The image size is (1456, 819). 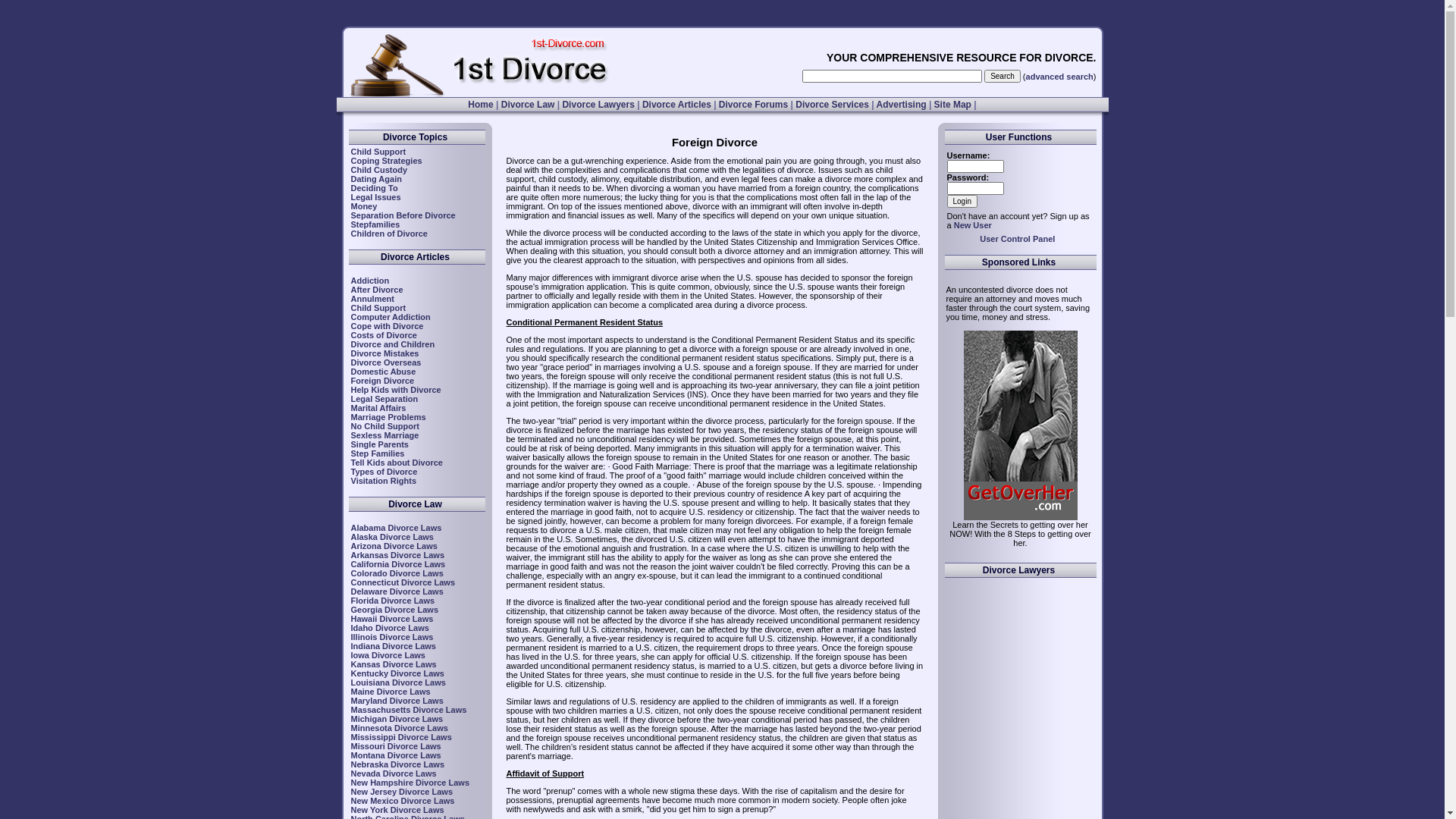 I want to click on 'Maine Divorce Laws', so click(x=390, y=691).